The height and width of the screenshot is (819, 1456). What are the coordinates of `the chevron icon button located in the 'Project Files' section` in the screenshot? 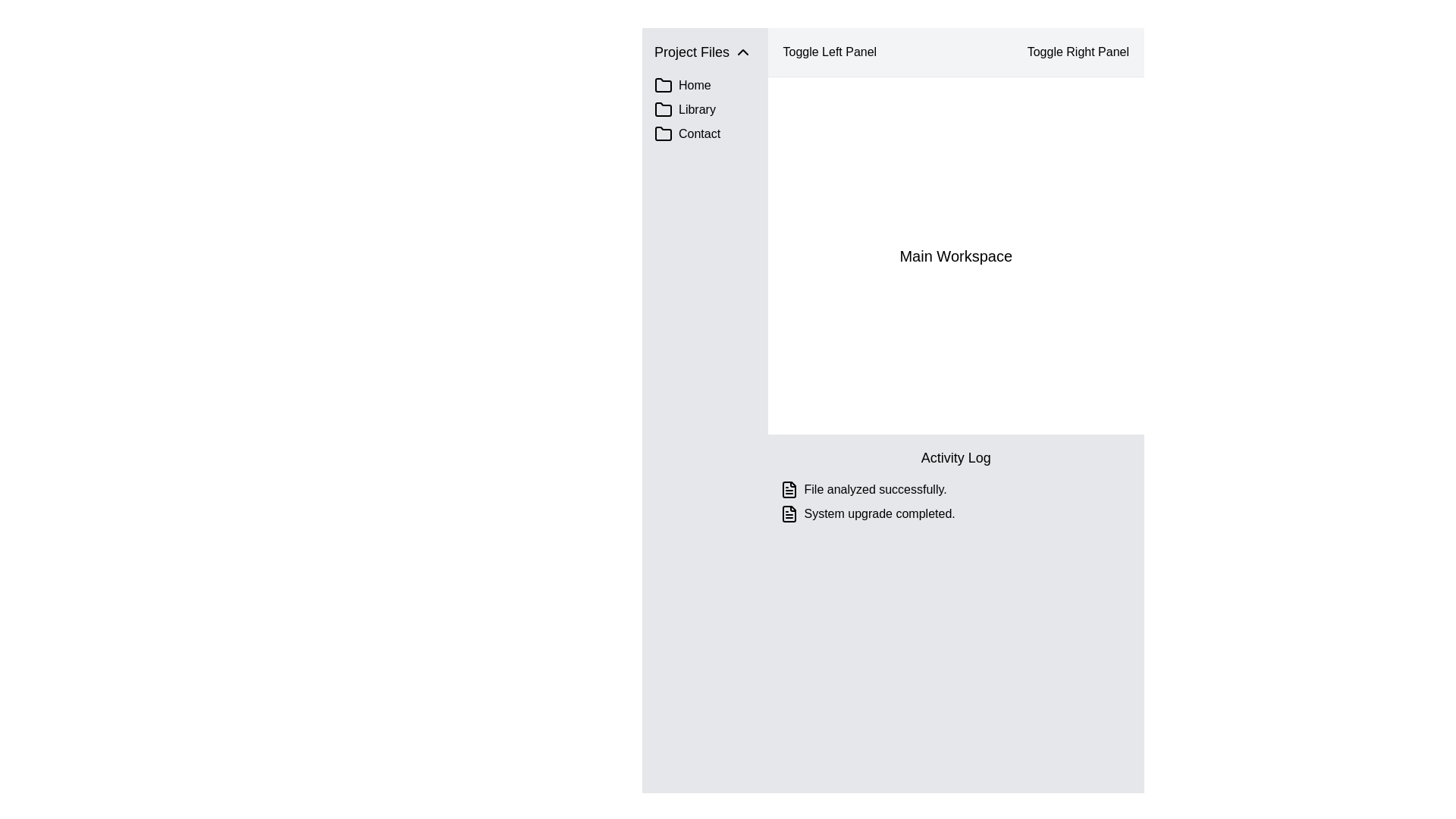 It's located at (742, 52).